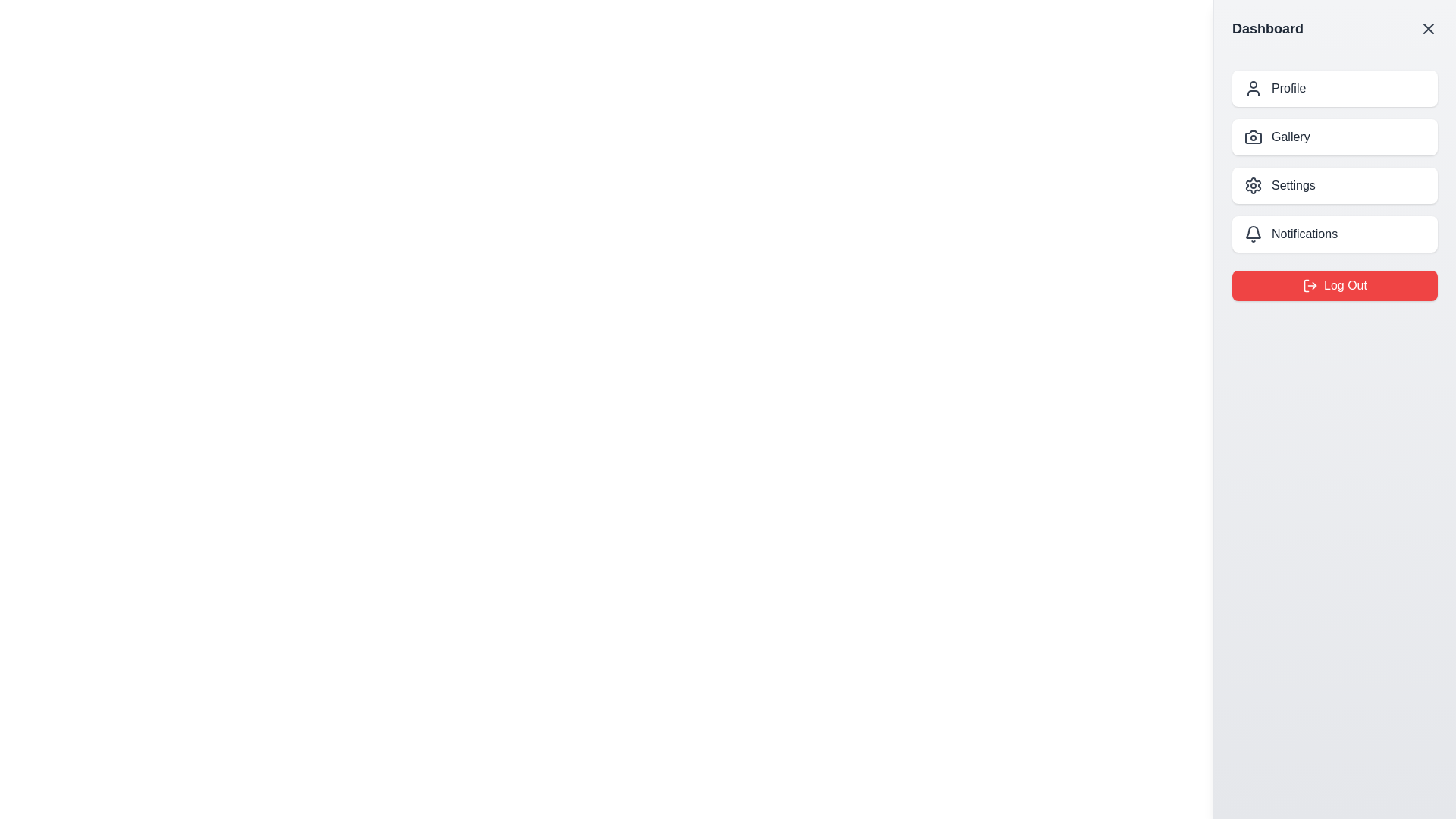 The height and width of the screenshot is (819, 1456). What do you see at coordinates (1335, 286) in the screenshot?
I see `the 'Log Out' button located at the bottom of the right side panel, which has a bright red background and white text with an arrow icon` at bounding box center [1335, 286].